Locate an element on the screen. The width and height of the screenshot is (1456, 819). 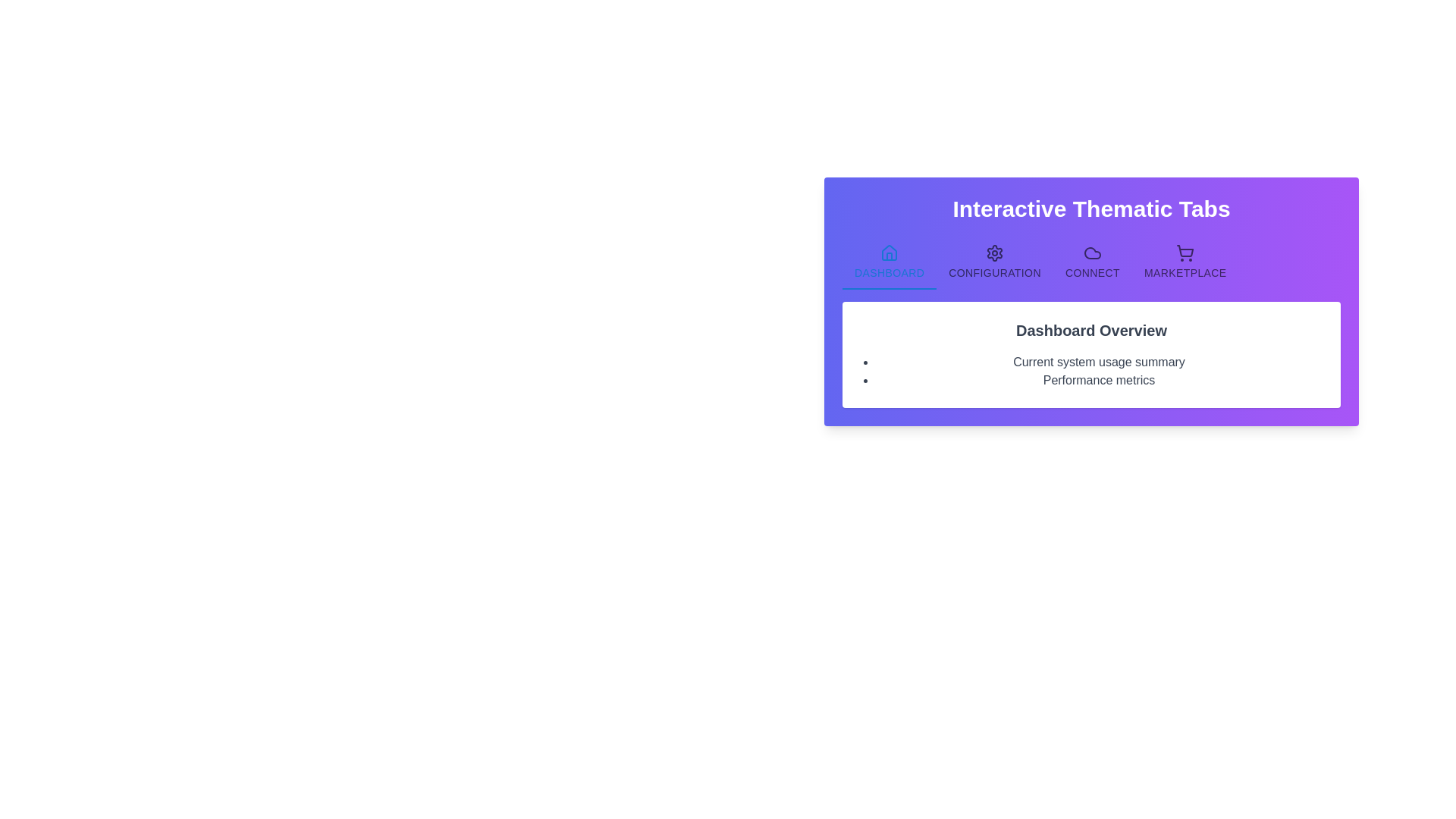
text displayed in the 'Dashboard Overview' section which includes 'Current system usage summary' and 'Performance metrics.' is located at coordinates (1090, 354).